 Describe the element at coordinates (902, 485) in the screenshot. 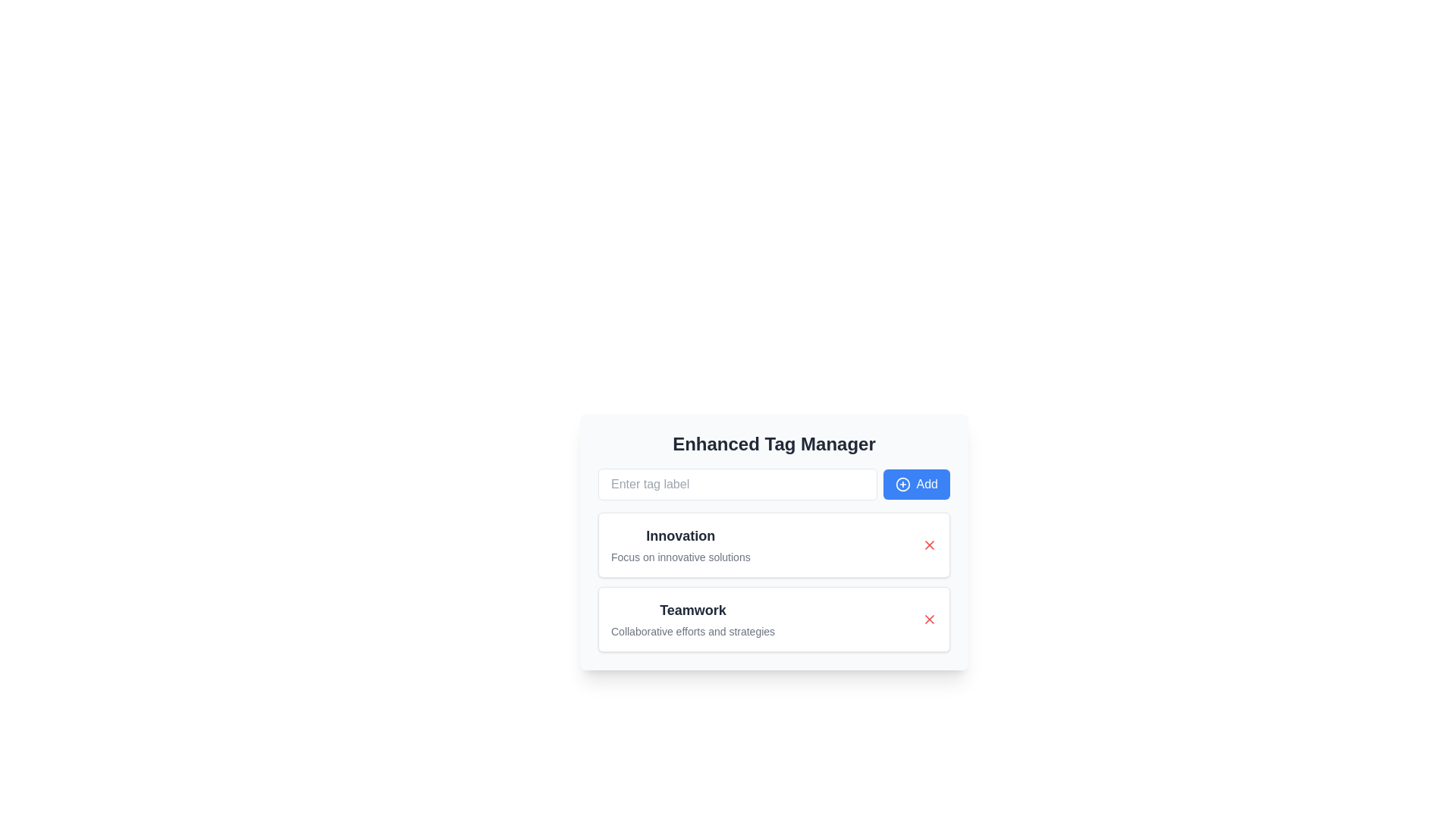

I see `the decorative icon located to the right of the 'Enter tag label' input field` at that location.